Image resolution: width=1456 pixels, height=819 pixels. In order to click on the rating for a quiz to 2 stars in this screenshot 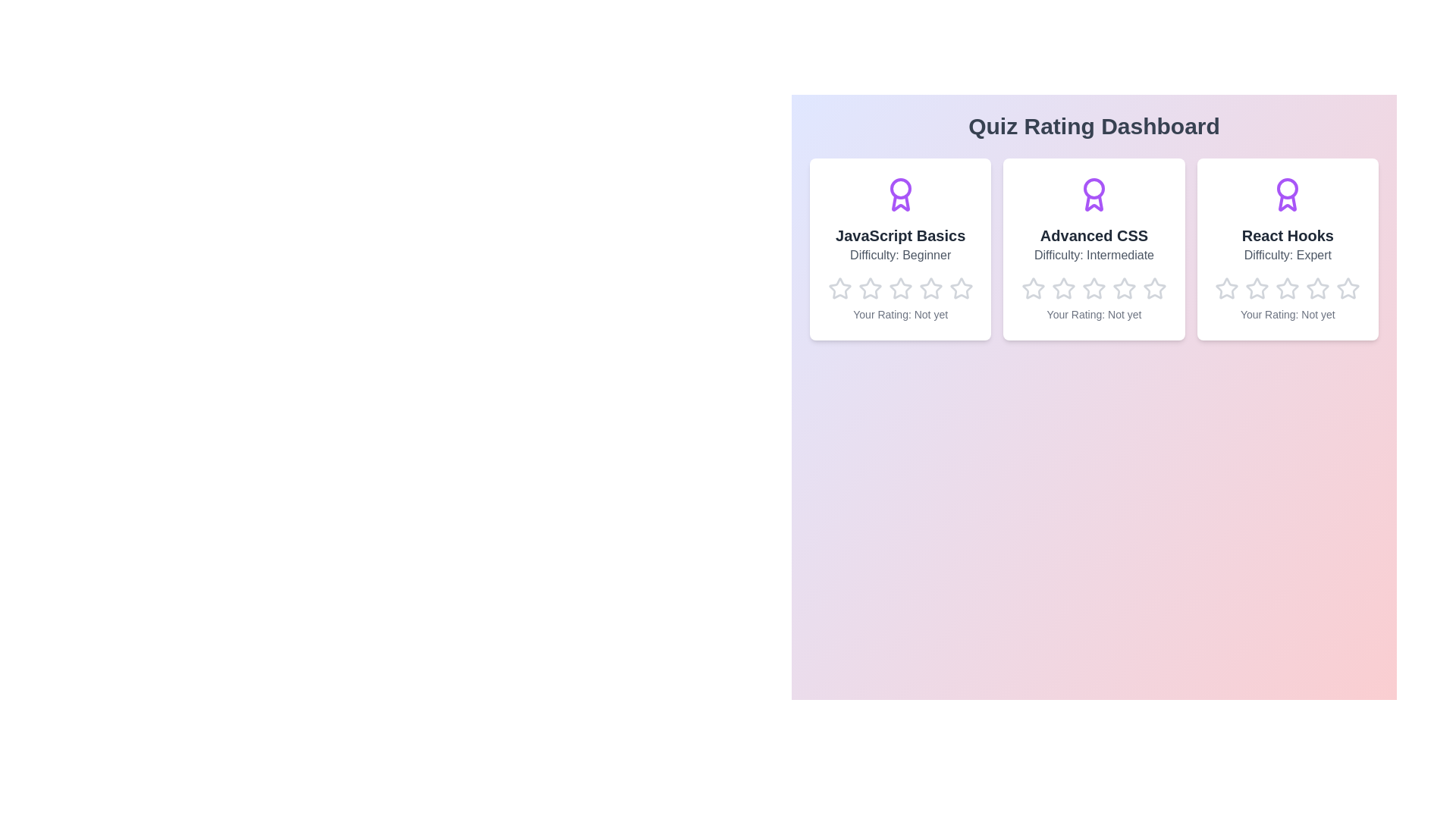, I will do `click(870, 289)`.